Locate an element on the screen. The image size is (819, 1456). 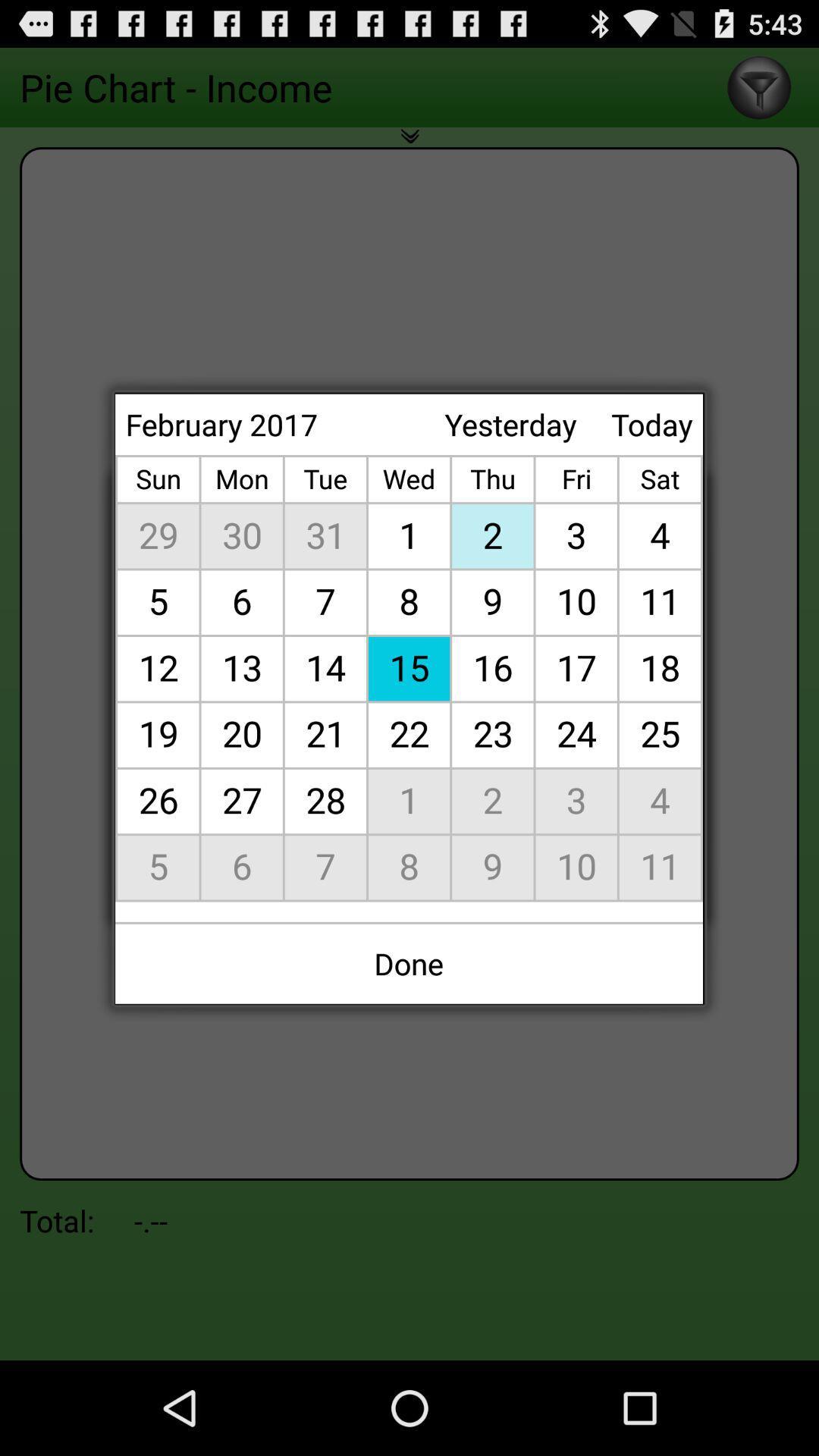
the yesterday at the top is located at coordinates (510, 424).